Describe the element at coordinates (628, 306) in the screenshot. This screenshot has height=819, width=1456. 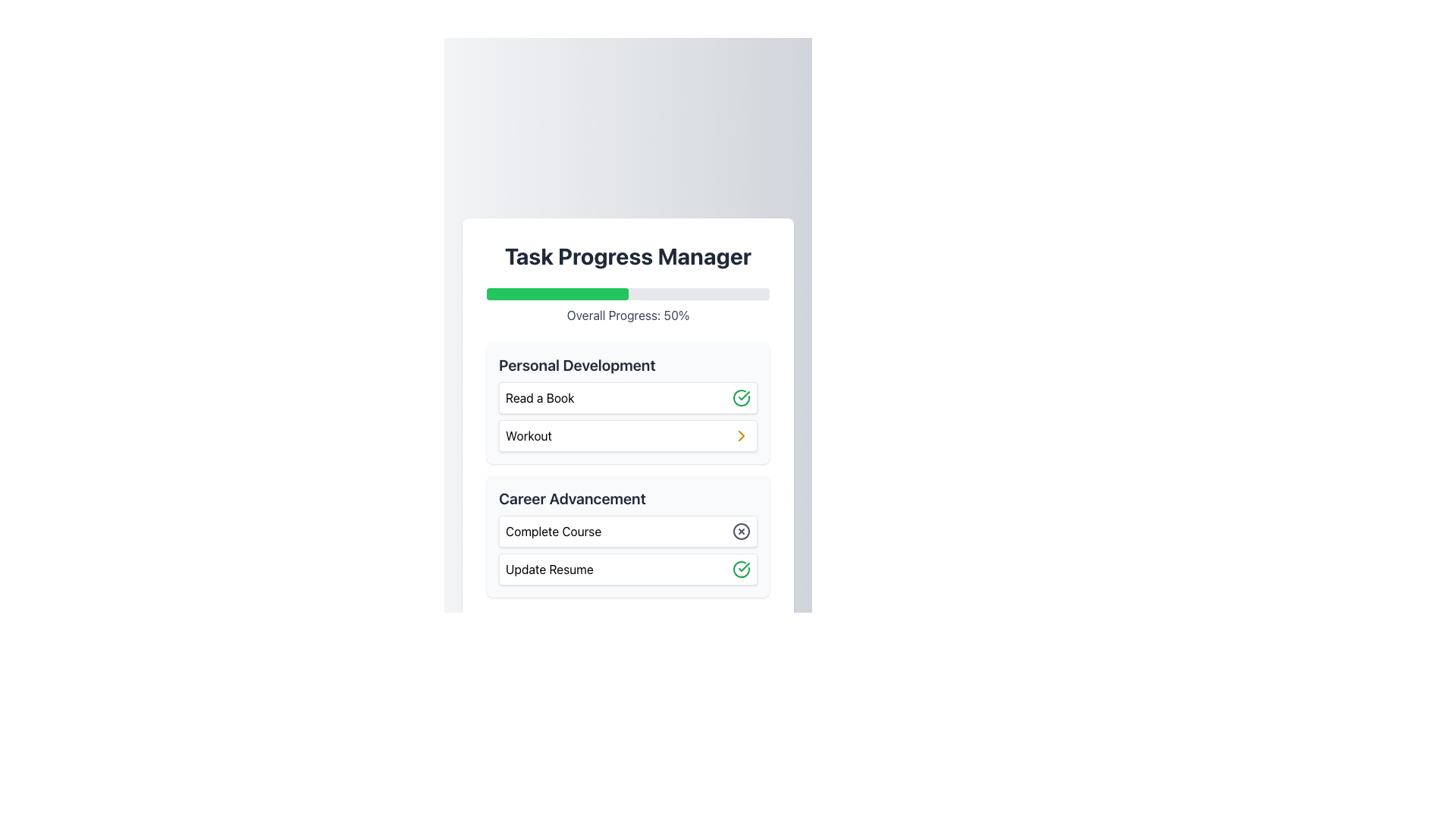
I see `the Progress indicator located below the 'Task Progress Manager' header, which visually represents the overall progress of a task or project` at that location.